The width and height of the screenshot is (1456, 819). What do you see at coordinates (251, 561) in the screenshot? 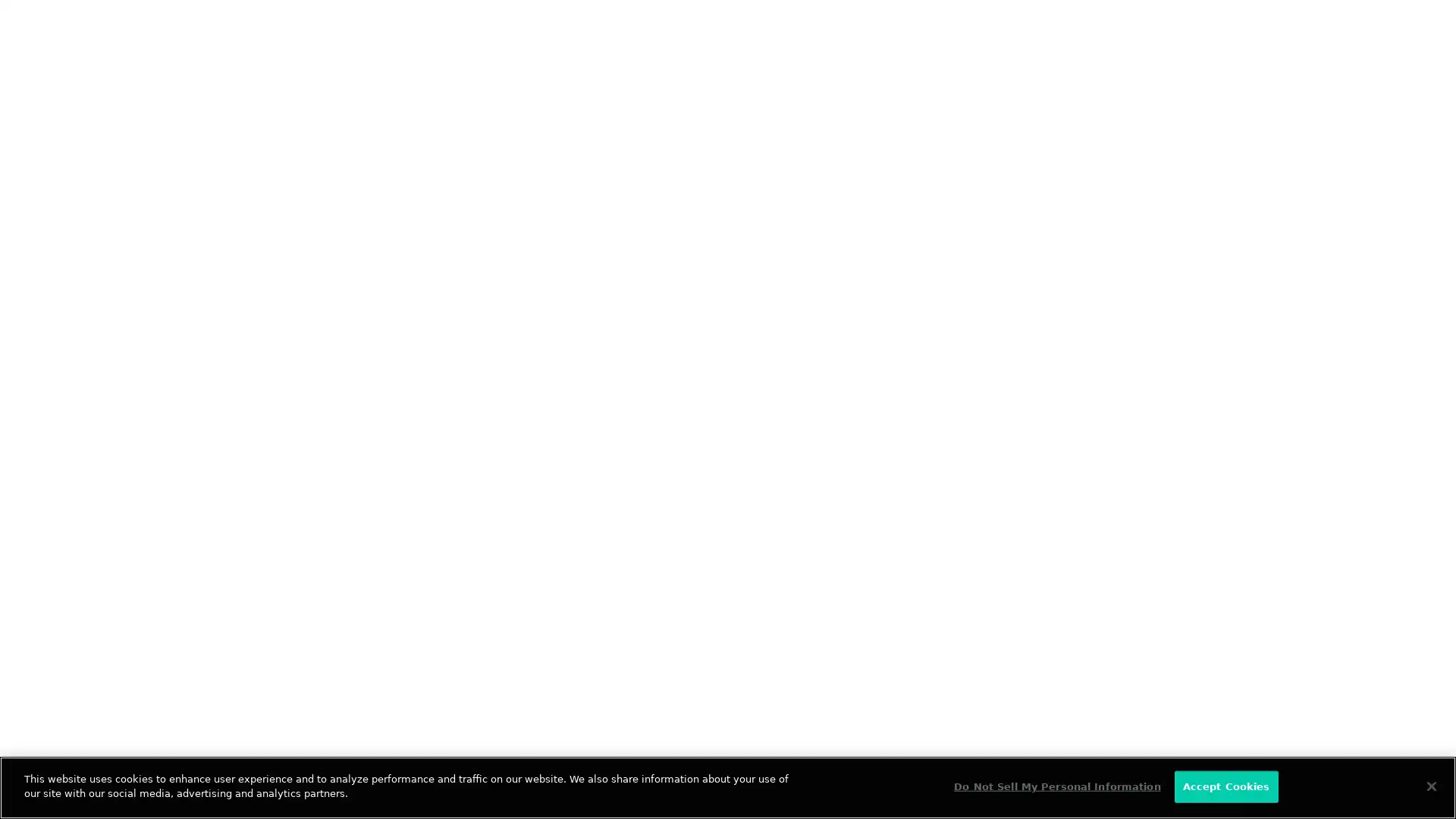
I see `INDIVIDUAL` at bounding box center [251, 561].